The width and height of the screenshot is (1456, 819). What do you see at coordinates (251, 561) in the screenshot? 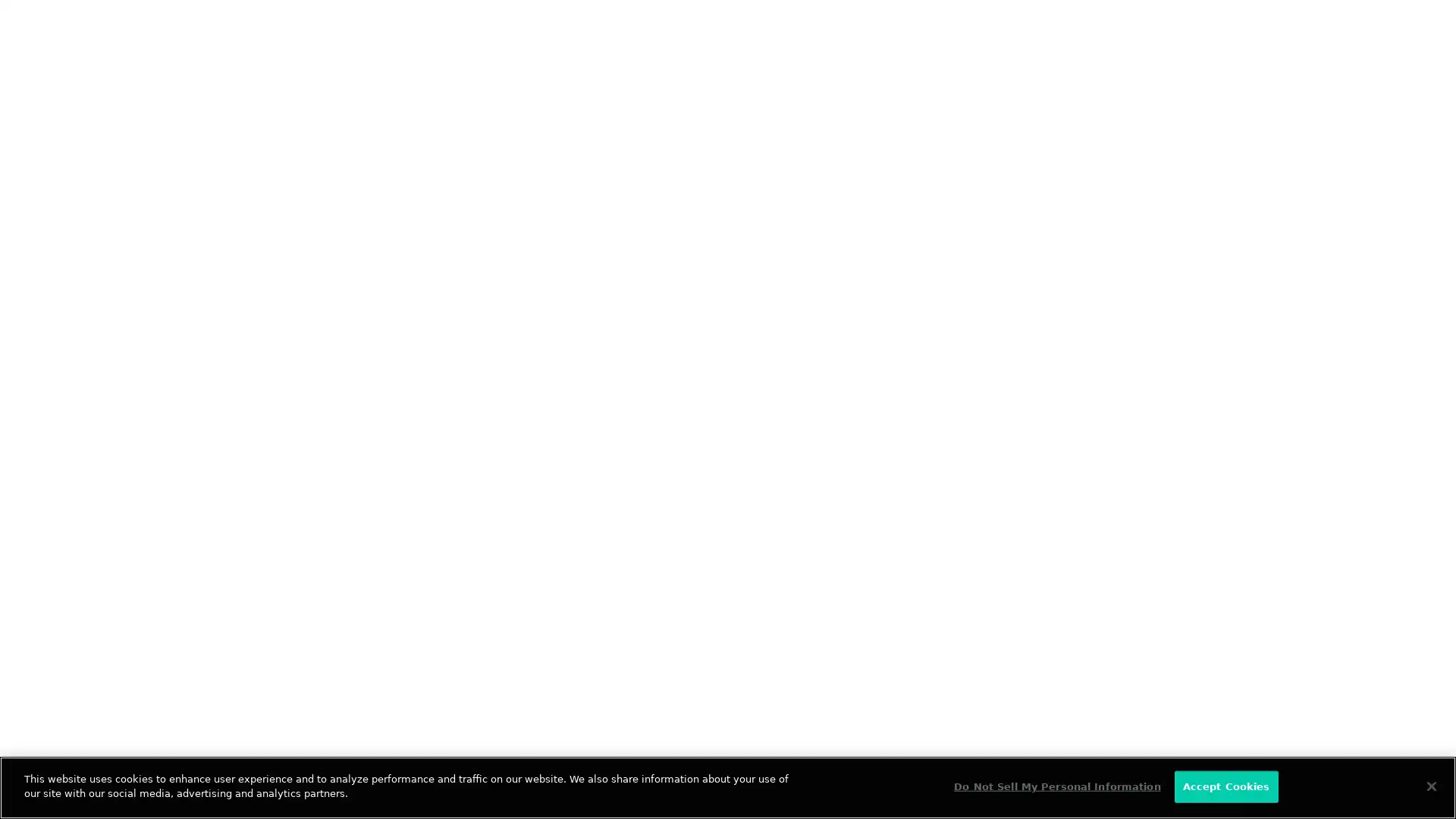
I see `INDIVIDUAL` at bounding box center [251, 561].